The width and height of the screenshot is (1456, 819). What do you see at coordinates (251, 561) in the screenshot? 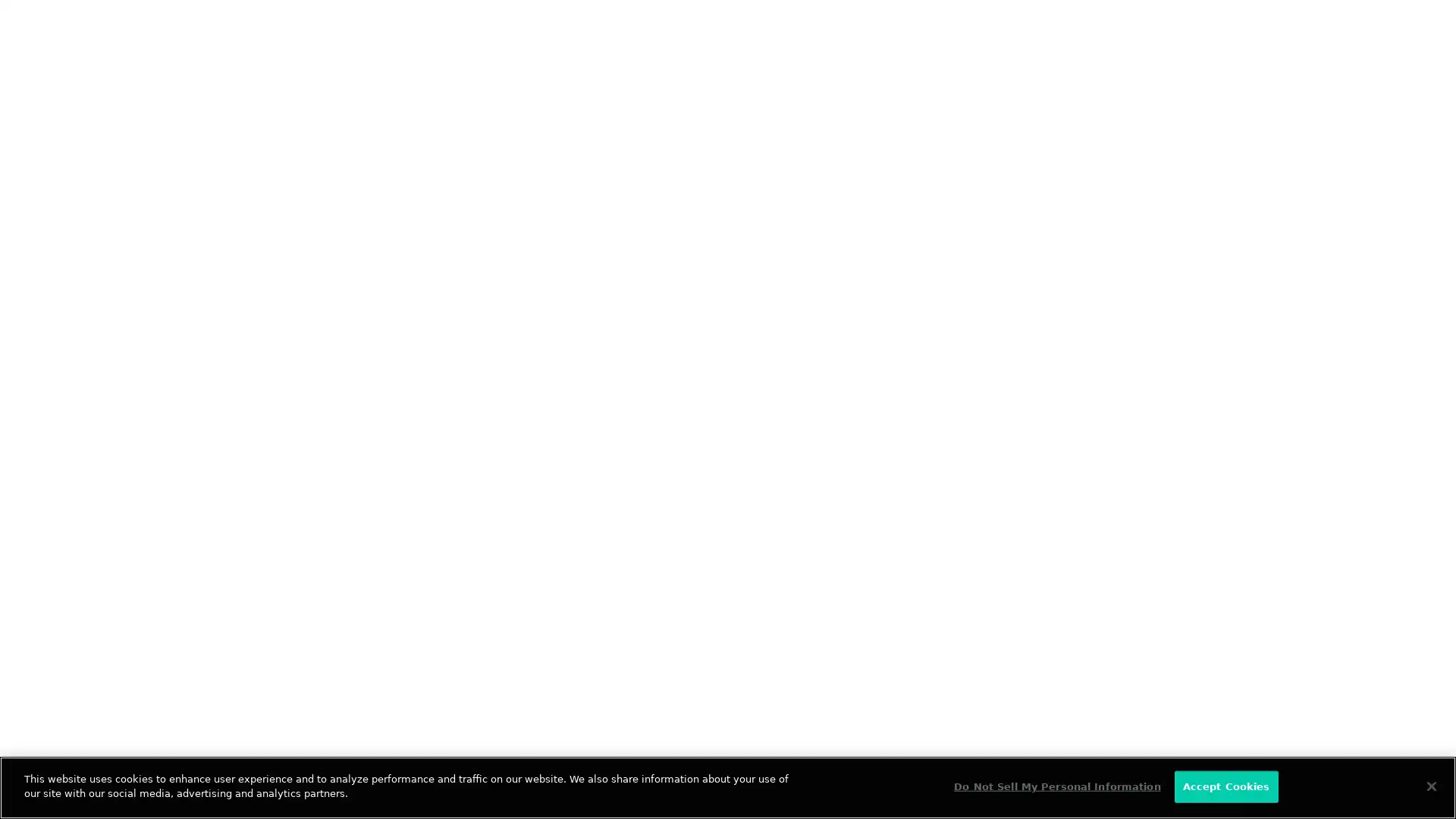
I see `INDIVIDUAL` at bounding box center [251, 561].